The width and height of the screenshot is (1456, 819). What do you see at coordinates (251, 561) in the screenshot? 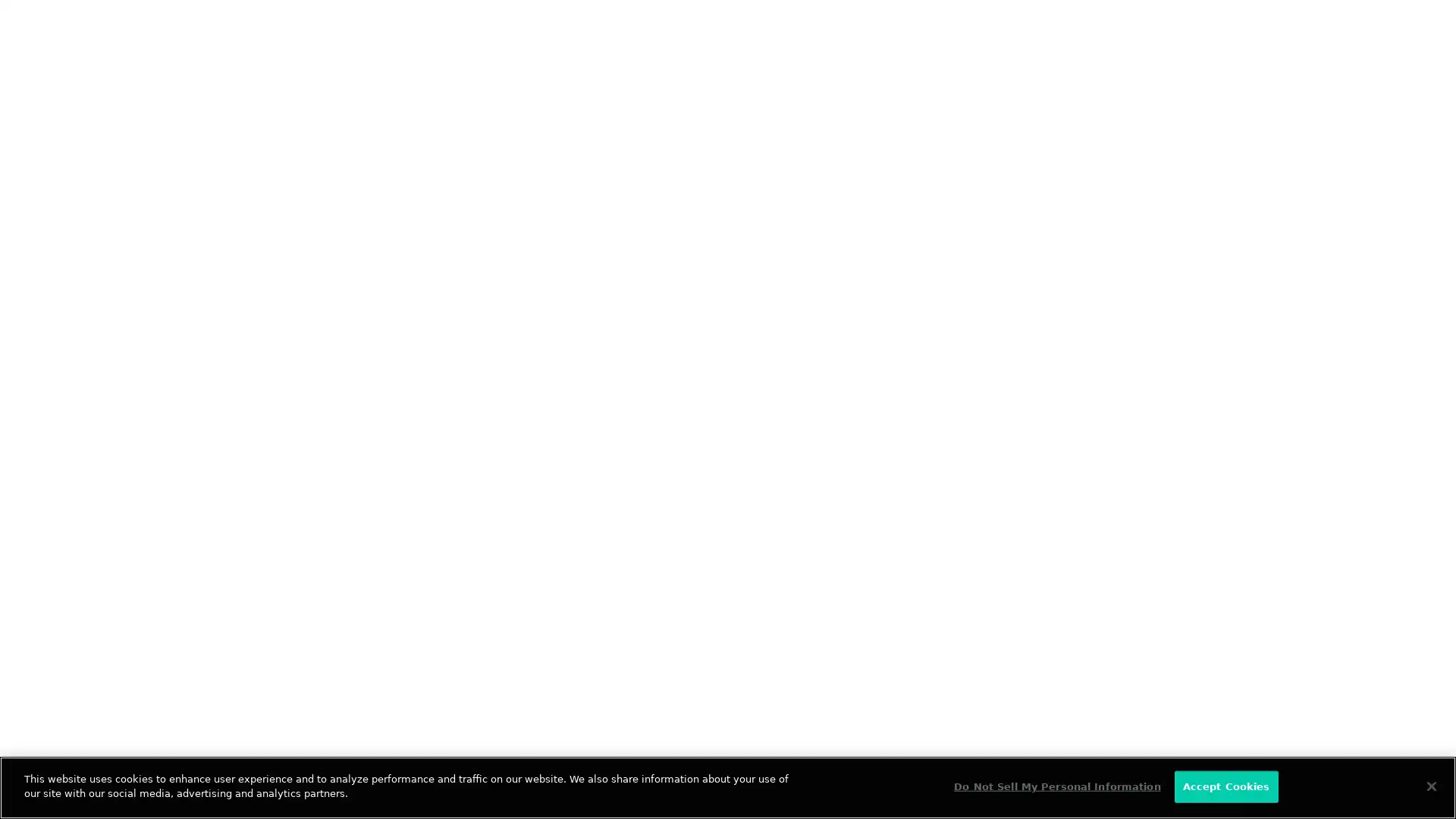
I see `INDIVIDUAL` at bounding box center [251, 561].